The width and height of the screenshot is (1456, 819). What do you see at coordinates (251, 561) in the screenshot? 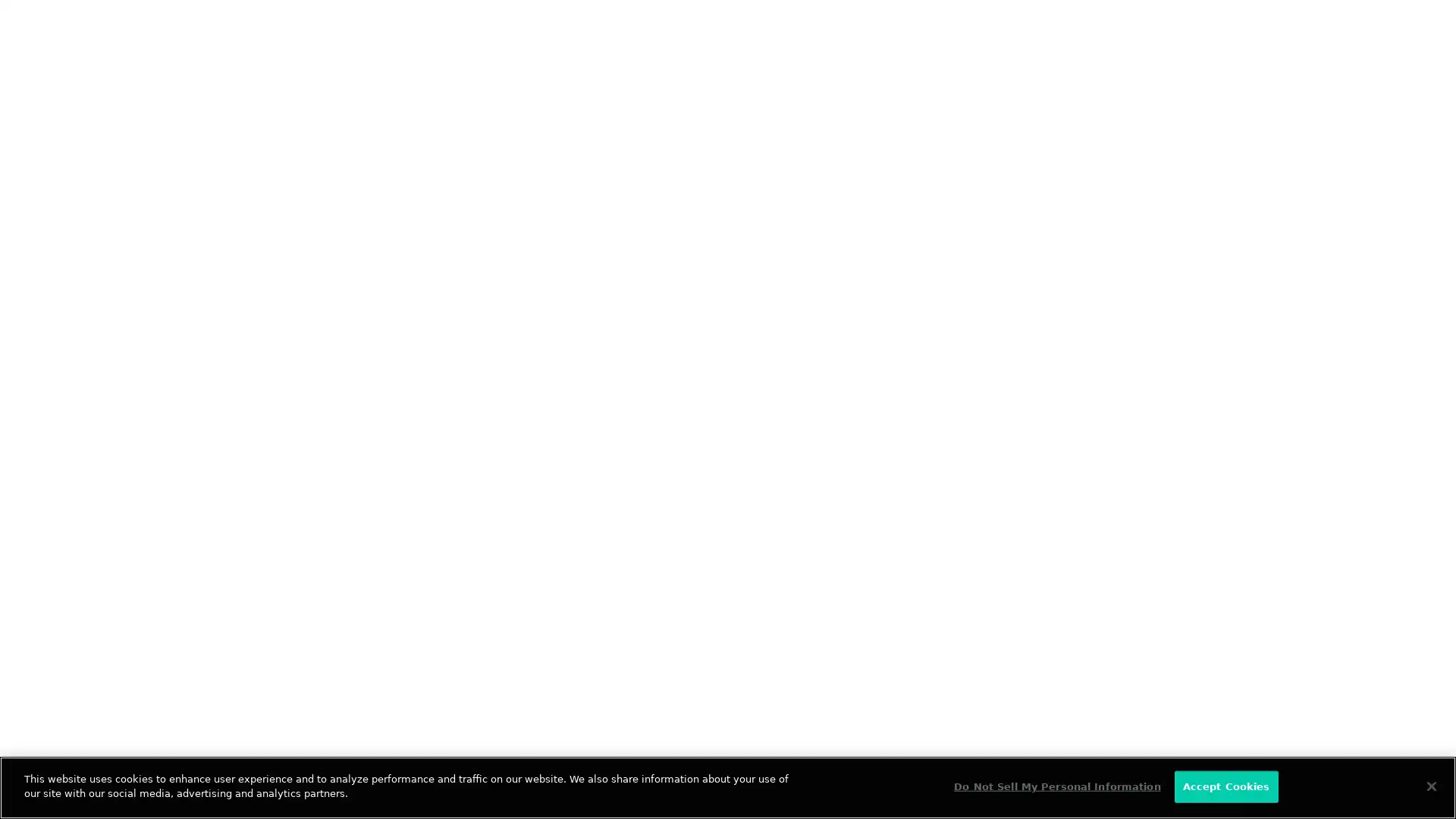
I see `INDIVIDUAL` at bounding box center [251, 561].